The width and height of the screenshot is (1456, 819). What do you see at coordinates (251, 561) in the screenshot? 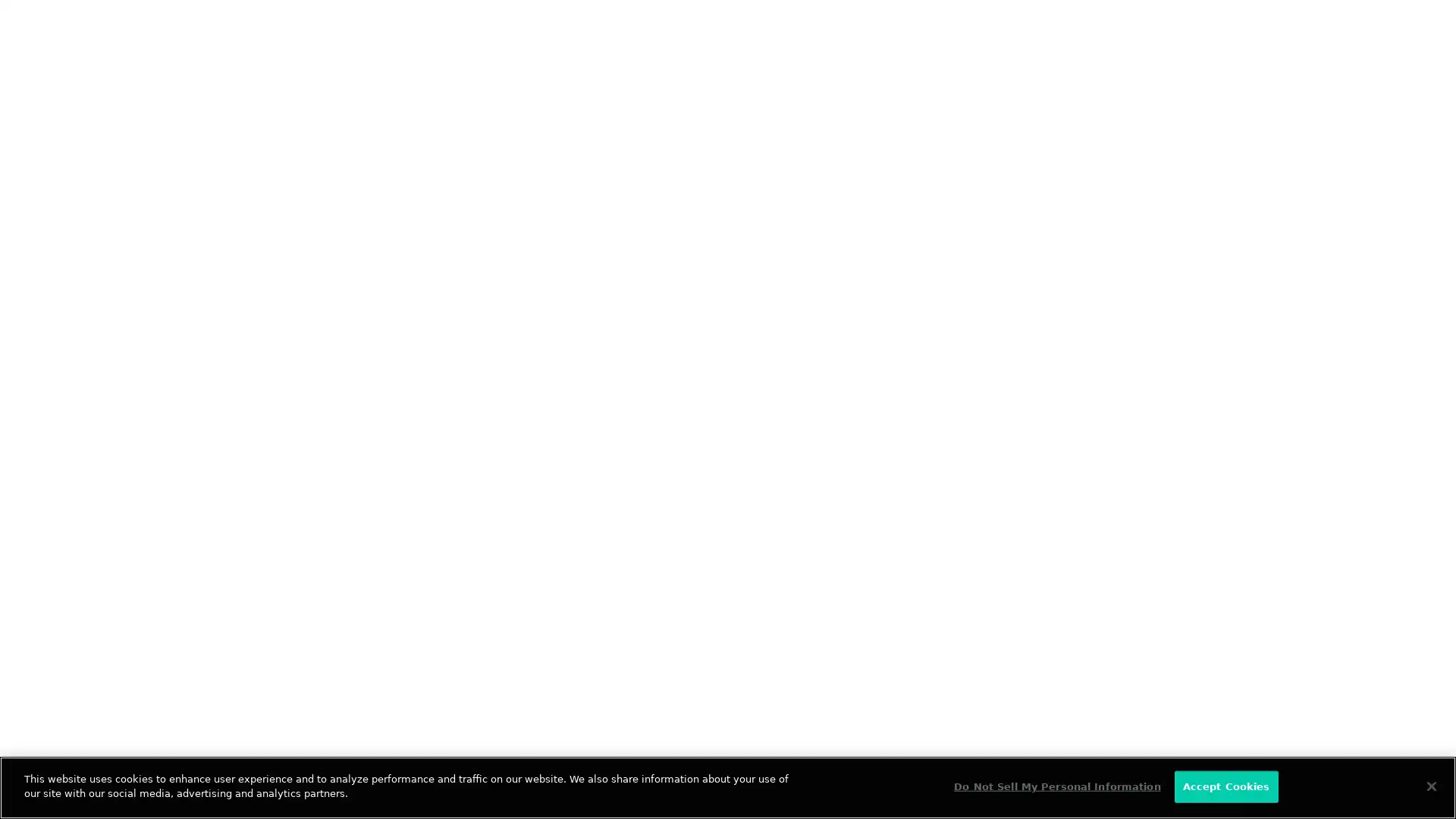
I see `INDIVIDUAL` at bounding box center [251, 561].